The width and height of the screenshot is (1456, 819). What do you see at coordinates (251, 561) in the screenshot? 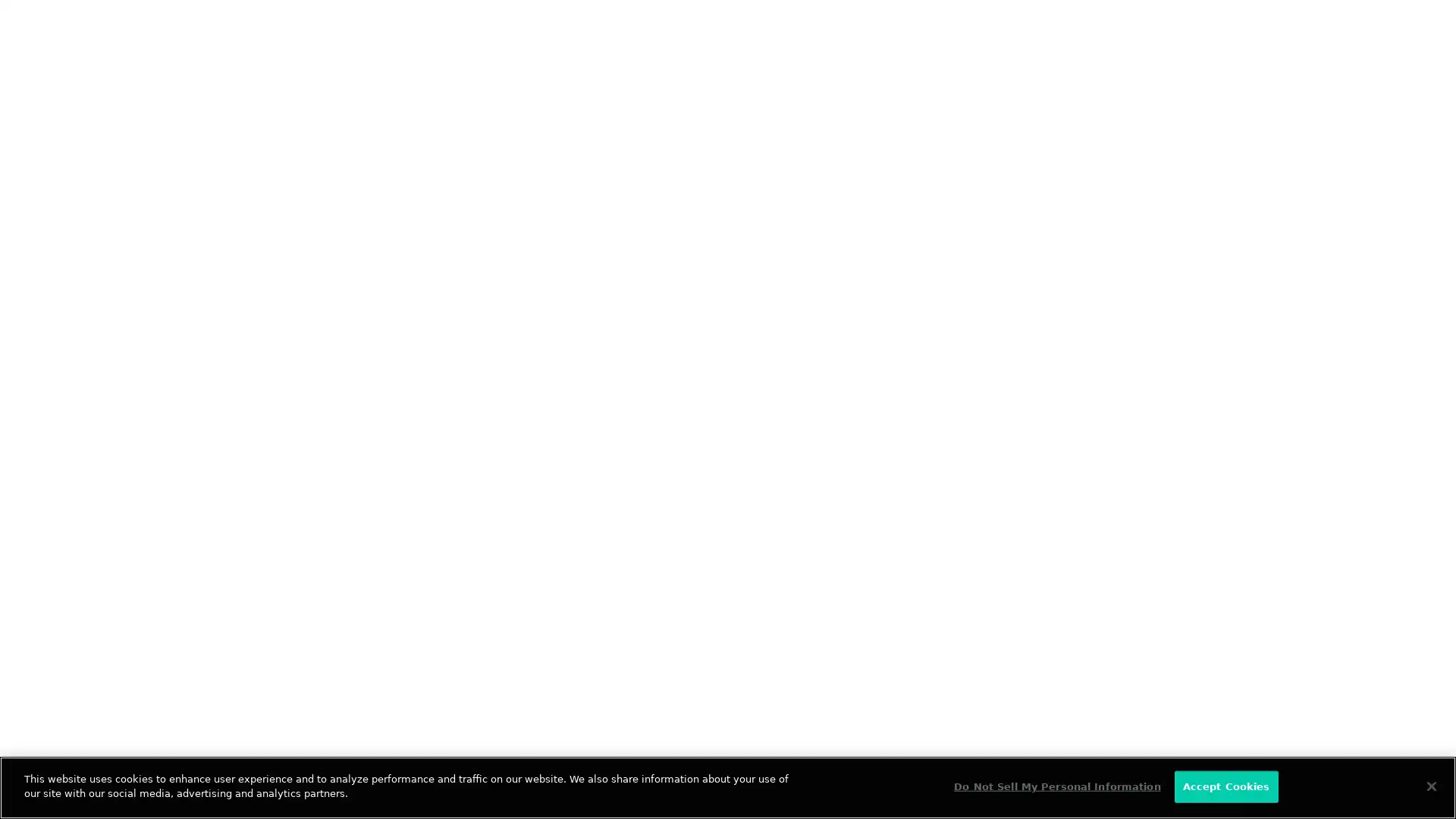
I see `INDIVIDUAL` at bounding box center [251, 561].